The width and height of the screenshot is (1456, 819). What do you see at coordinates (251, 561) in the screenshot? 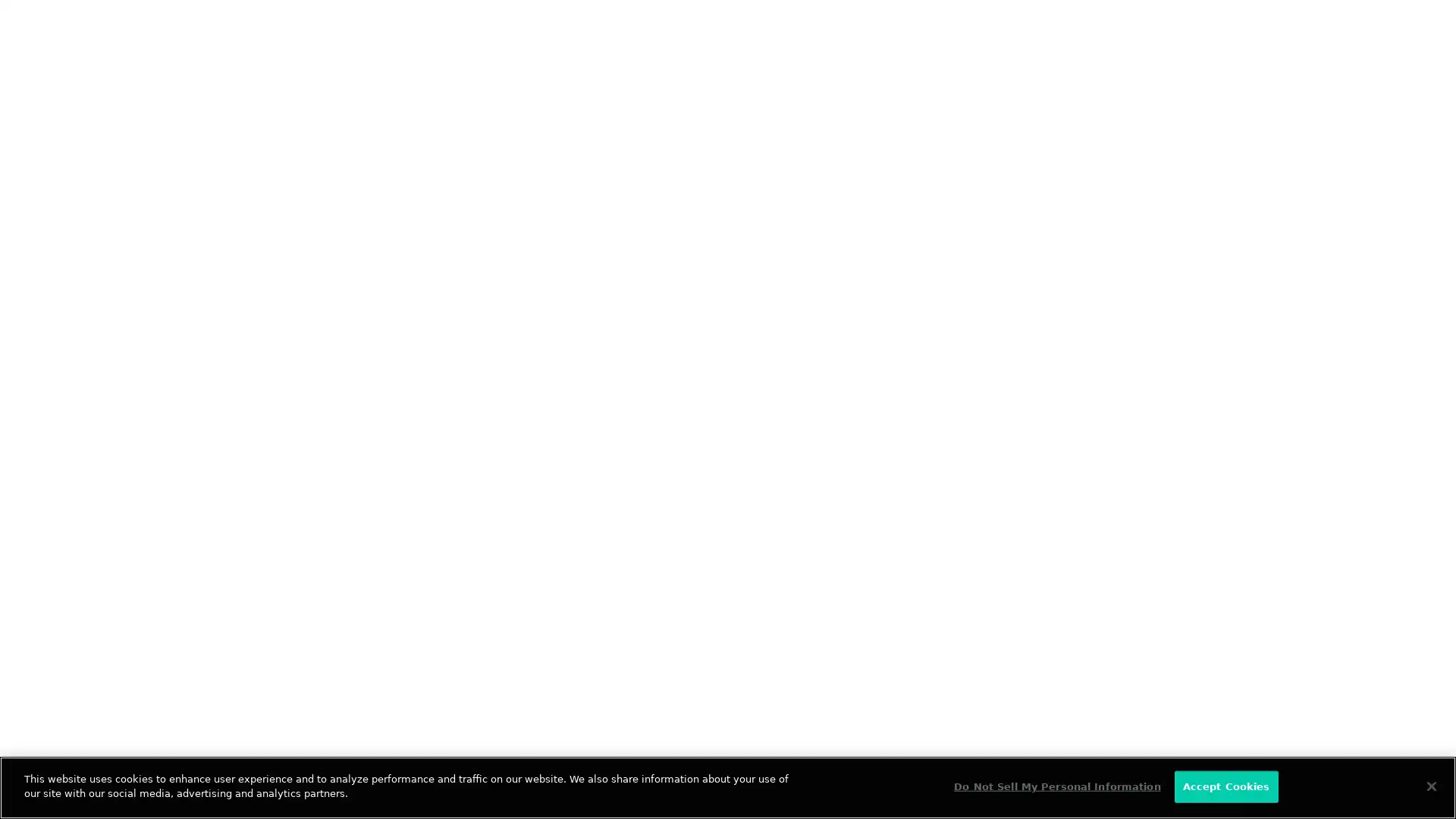
I see `INDIVIDUAL` at bounding box center [251, 561].